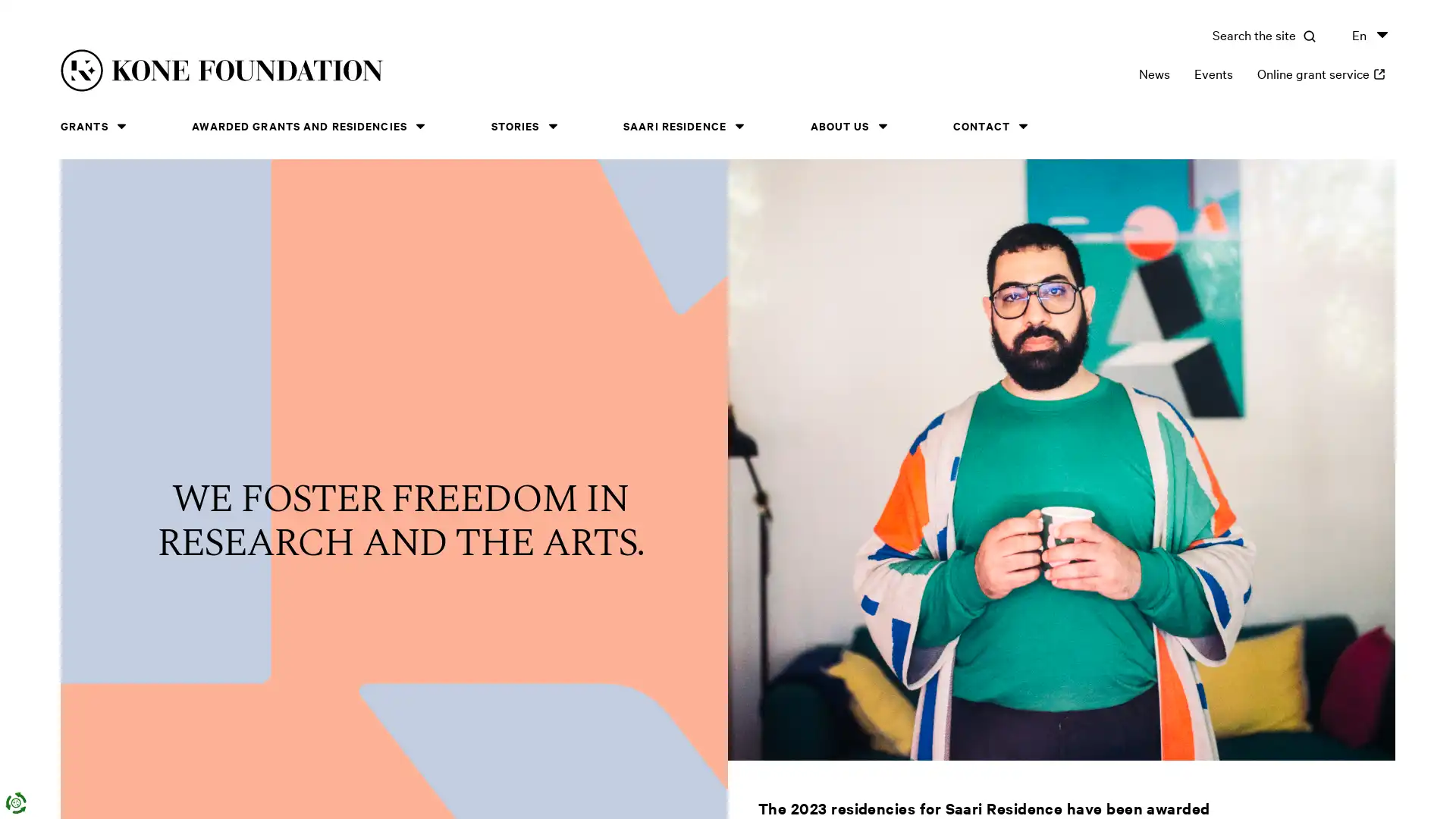 The image size is (1456, 819). Describe the element at coordinates (120, 125) in the screenshot. I see `Grants osion alavalikko` at that location.